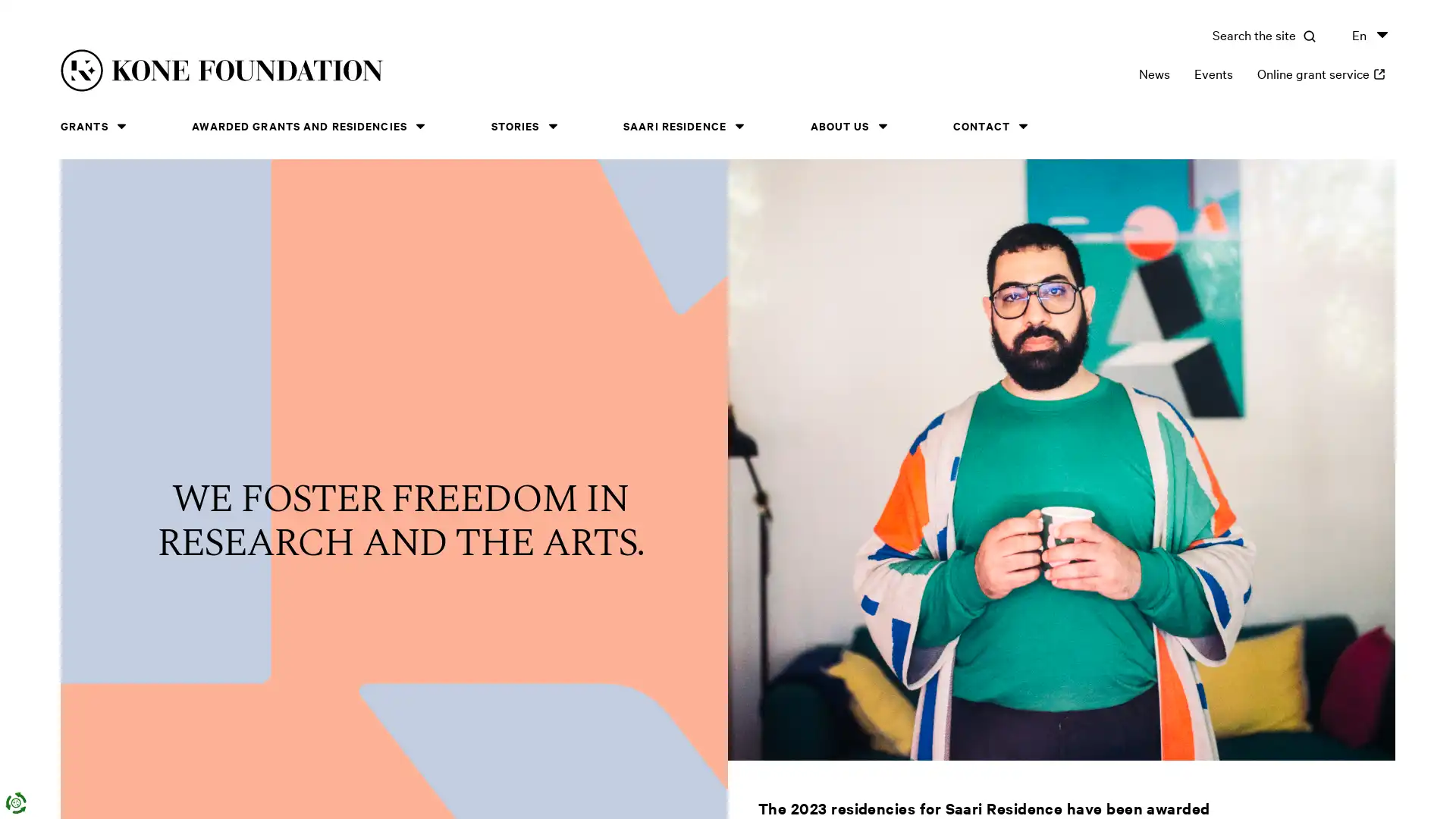 The image size is (1456, 819). Describe the element at coordinates (120, 125) in the screenshot. I see `Grants osion alavalikko` at that location.